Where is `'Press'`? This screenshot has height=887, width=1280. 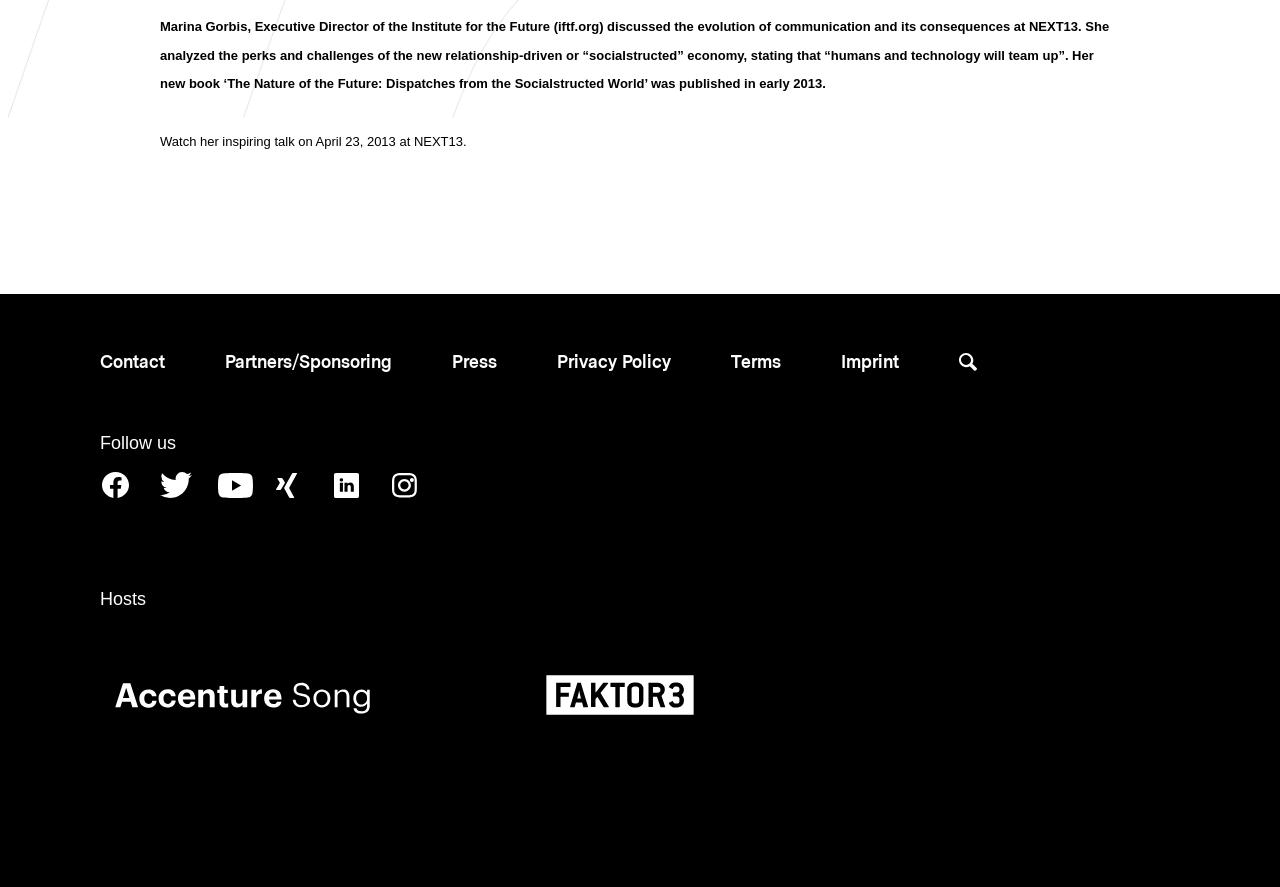
'Press' is located at coordinates (473, 359).